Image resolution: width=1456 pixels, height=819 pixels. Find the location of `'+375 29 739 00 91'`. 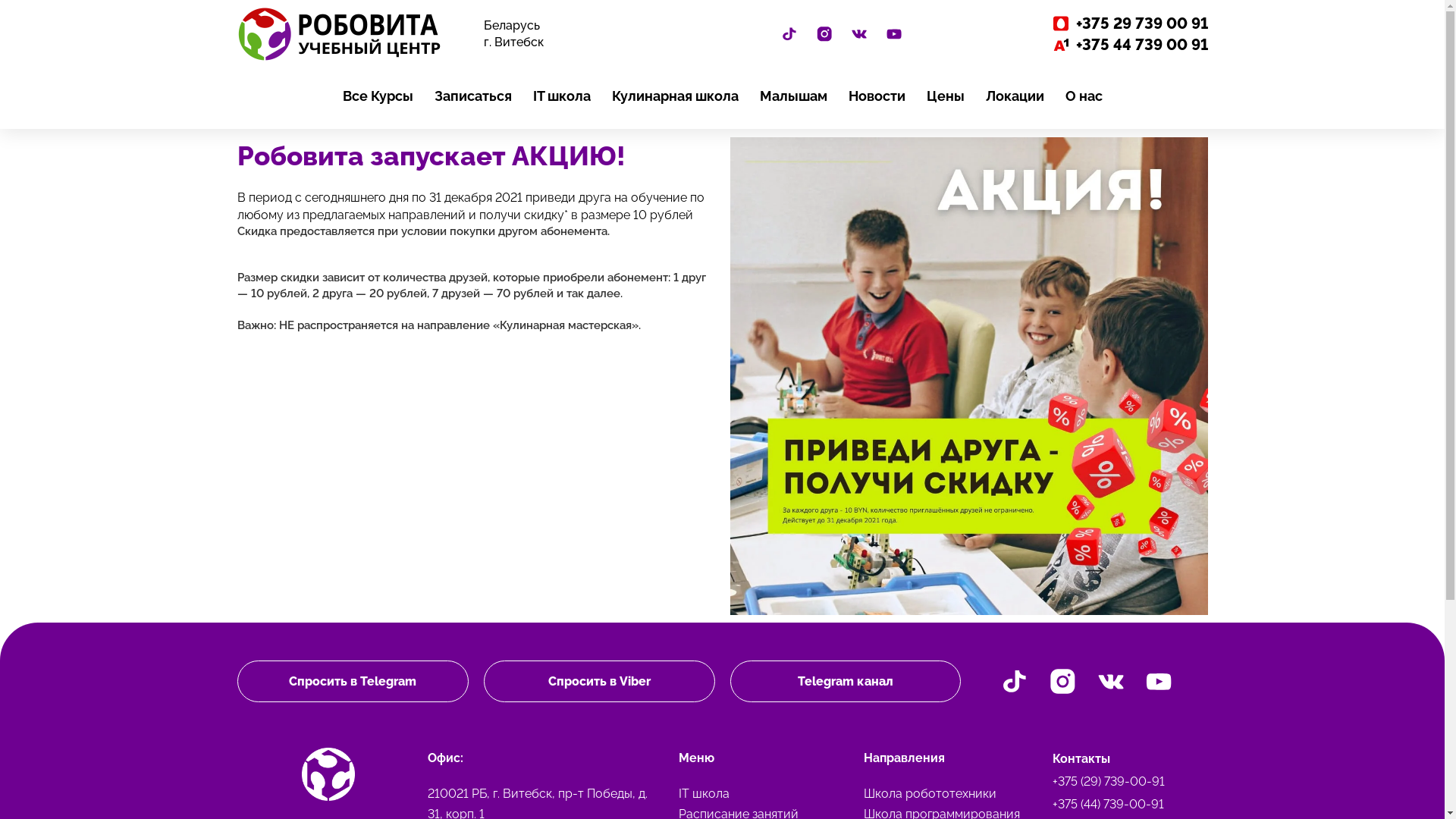

'+375 29 739 00 91' is located at coordinates (1092, 23).